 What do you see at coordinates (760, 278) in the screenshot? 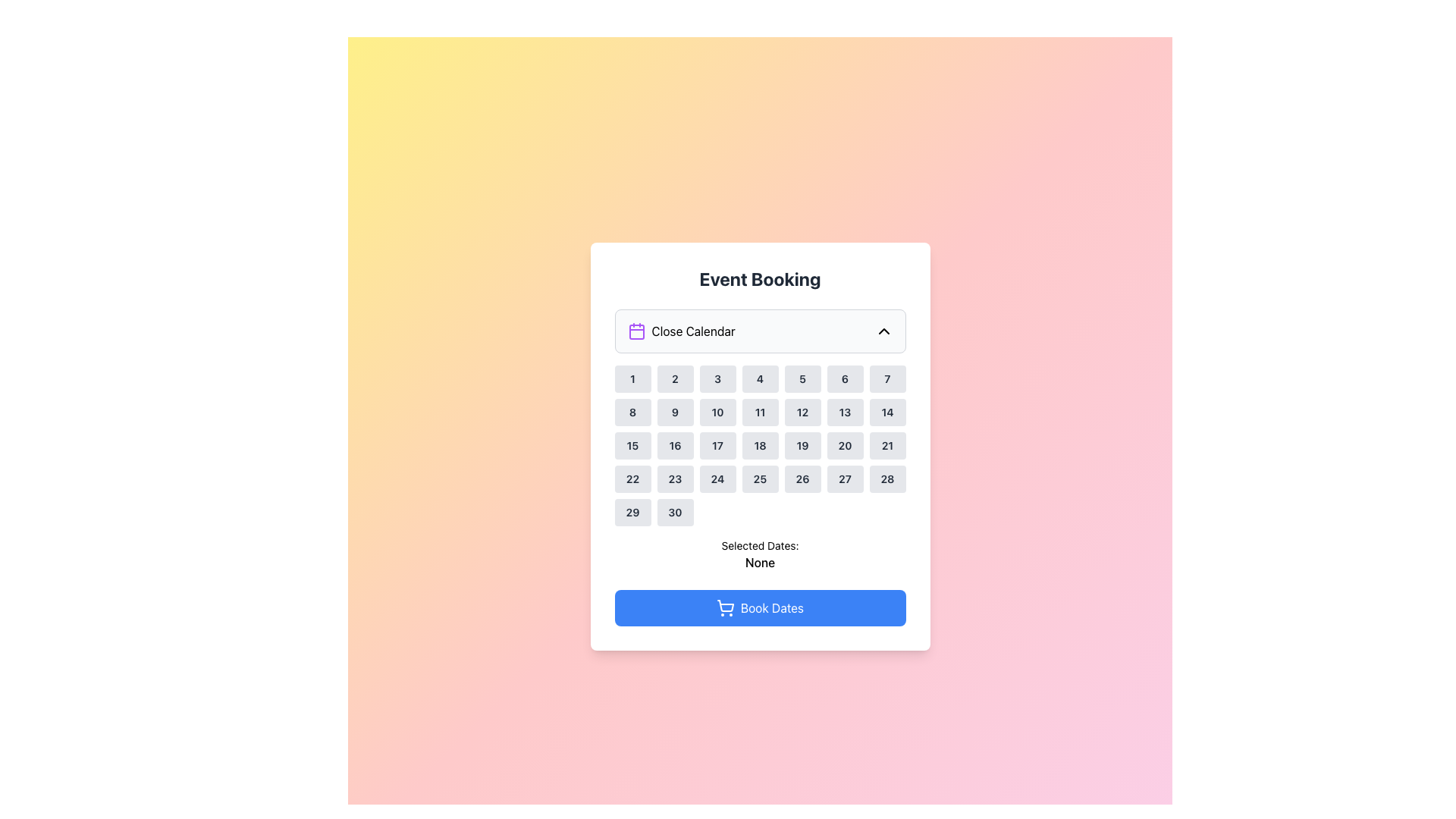
I see `the bold and large text label reading 'Event Booking', which is centered horizontally within a prominent white card interface` at bounding box center [760, 278].